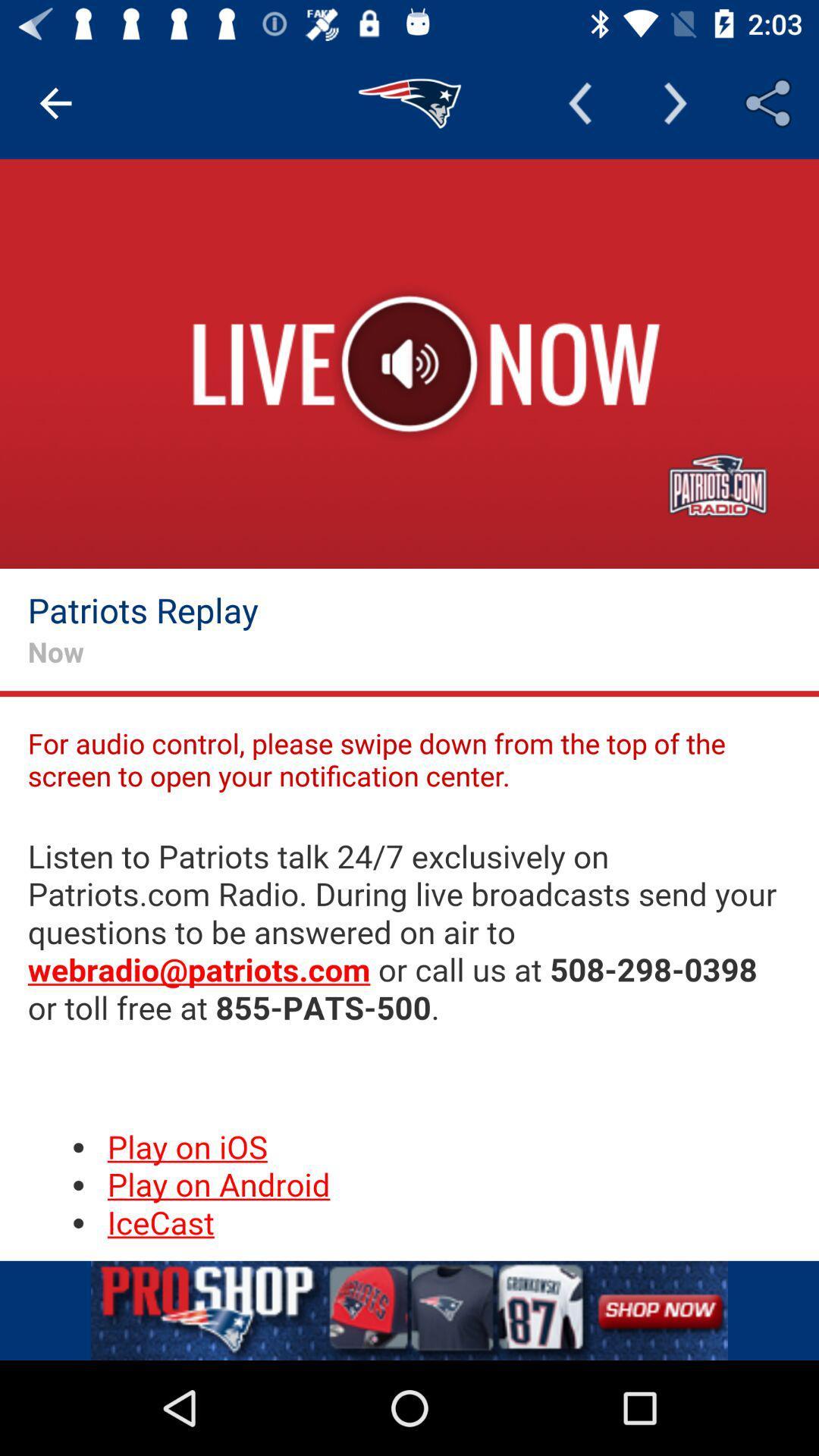 The width and height of the screenshot is (819, 1456). Describe the element at coordinates (409, 364) in the screenshot. I see `play option` at that location.